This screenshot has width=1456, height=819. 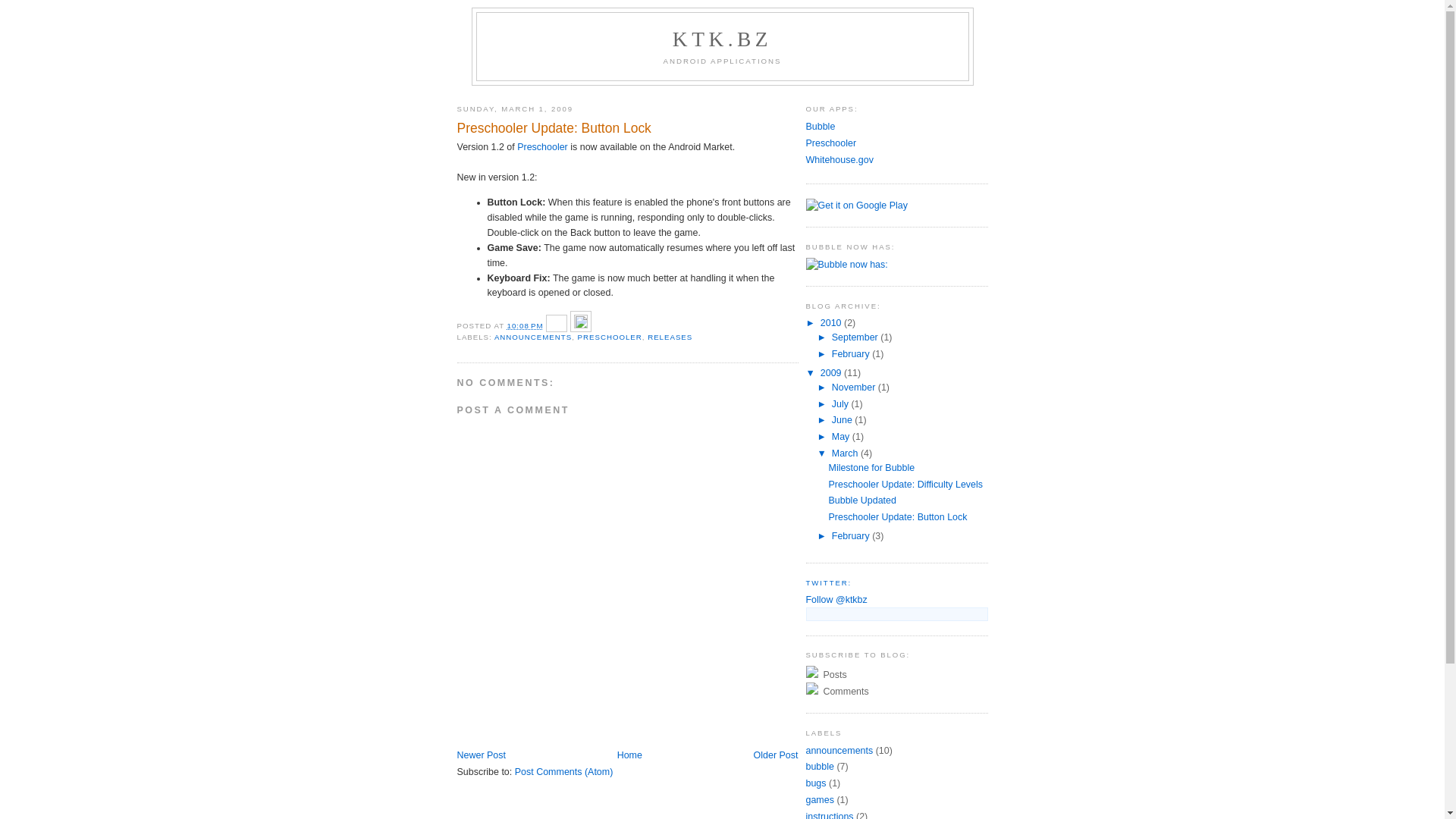 What do you see at coordinates (776, 755) in the screenshot?
I see `'Older Post'` at bounding box center [776, 755].